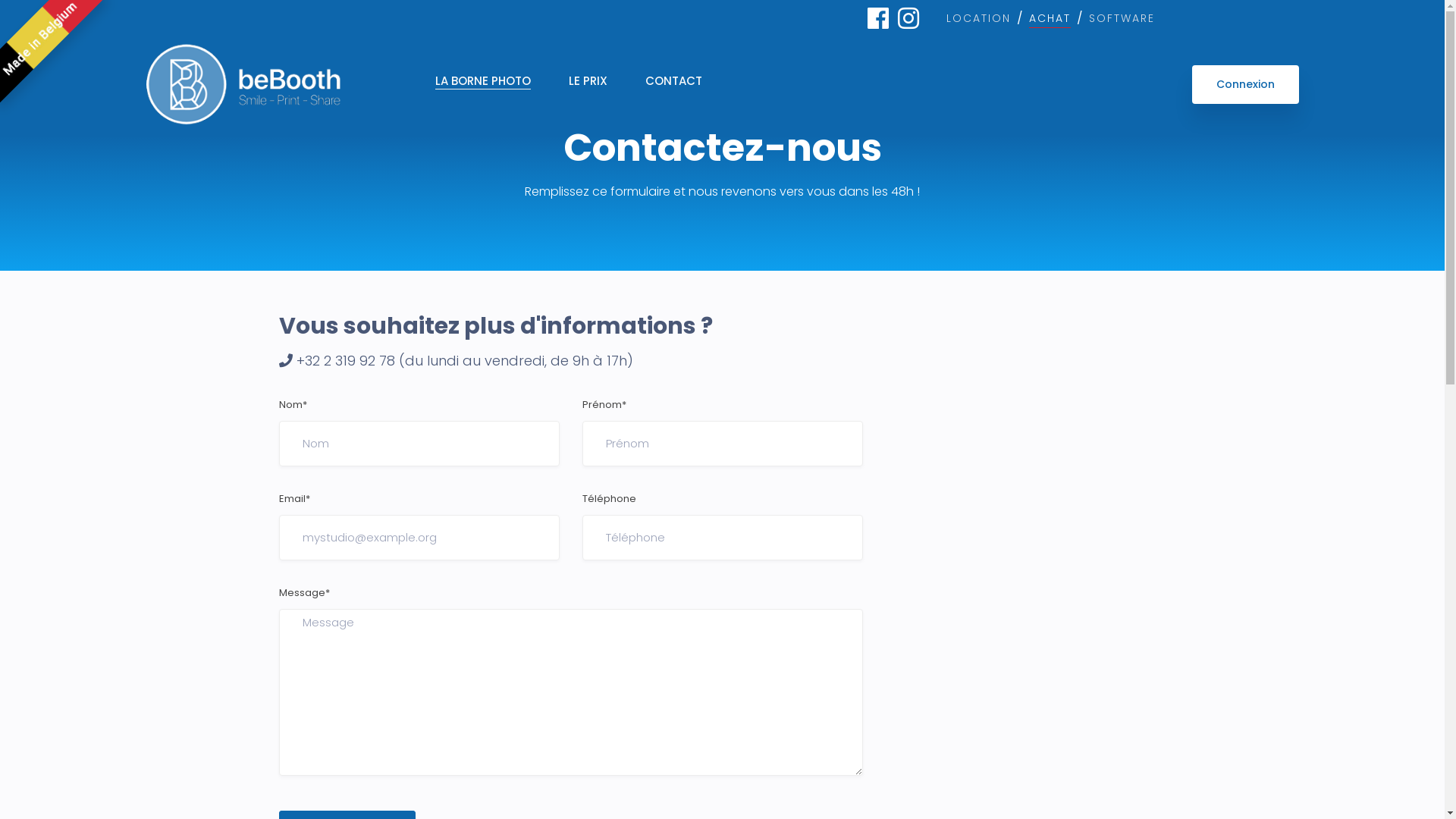  Describe the element at coordinates (1087, 17) in the screenshot. I see `'SOFTWARE'` at that location.